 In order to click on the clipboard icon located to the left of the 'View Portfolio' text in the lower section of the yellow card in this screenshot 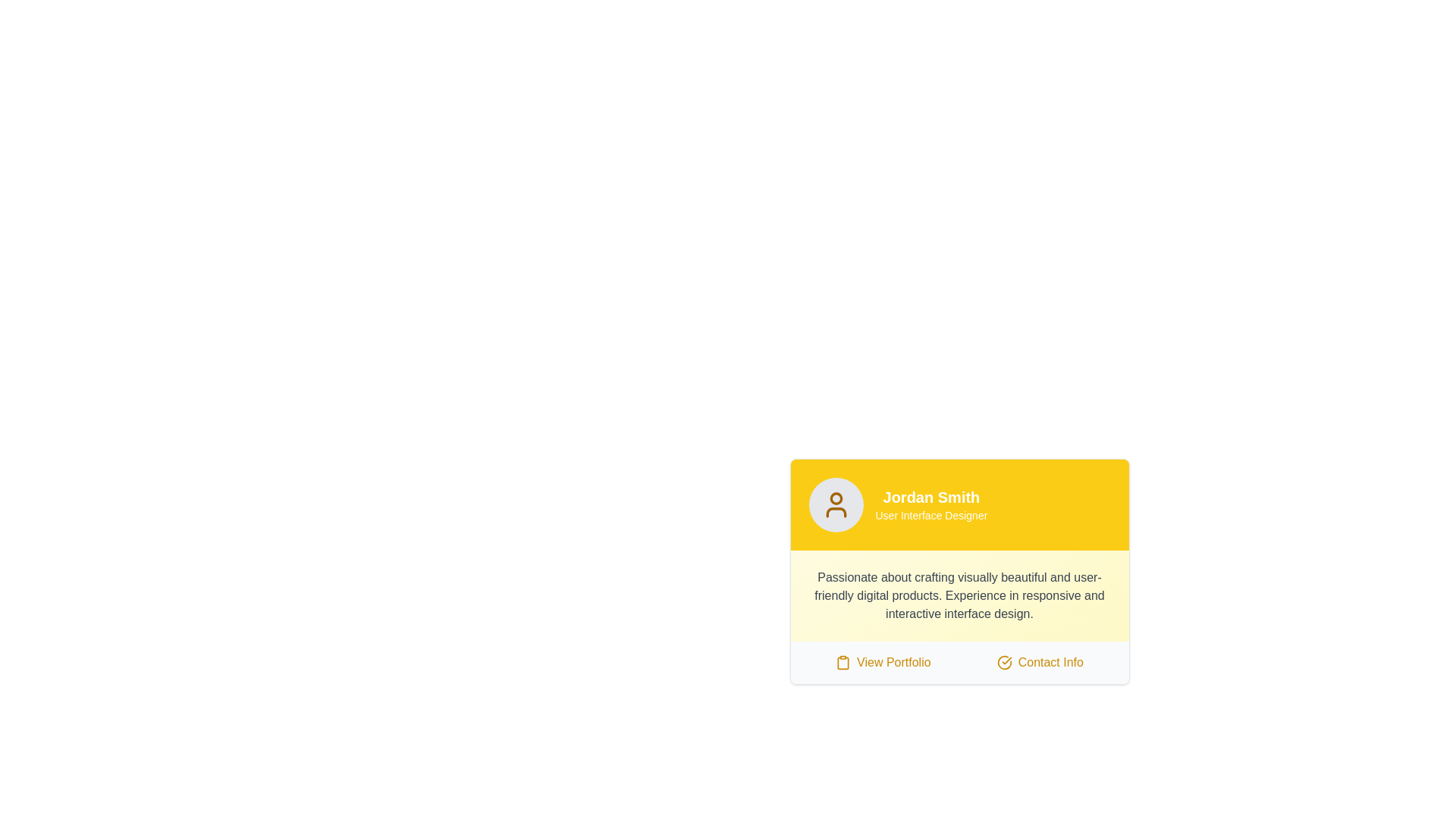, I will do `click(843, 662)`.